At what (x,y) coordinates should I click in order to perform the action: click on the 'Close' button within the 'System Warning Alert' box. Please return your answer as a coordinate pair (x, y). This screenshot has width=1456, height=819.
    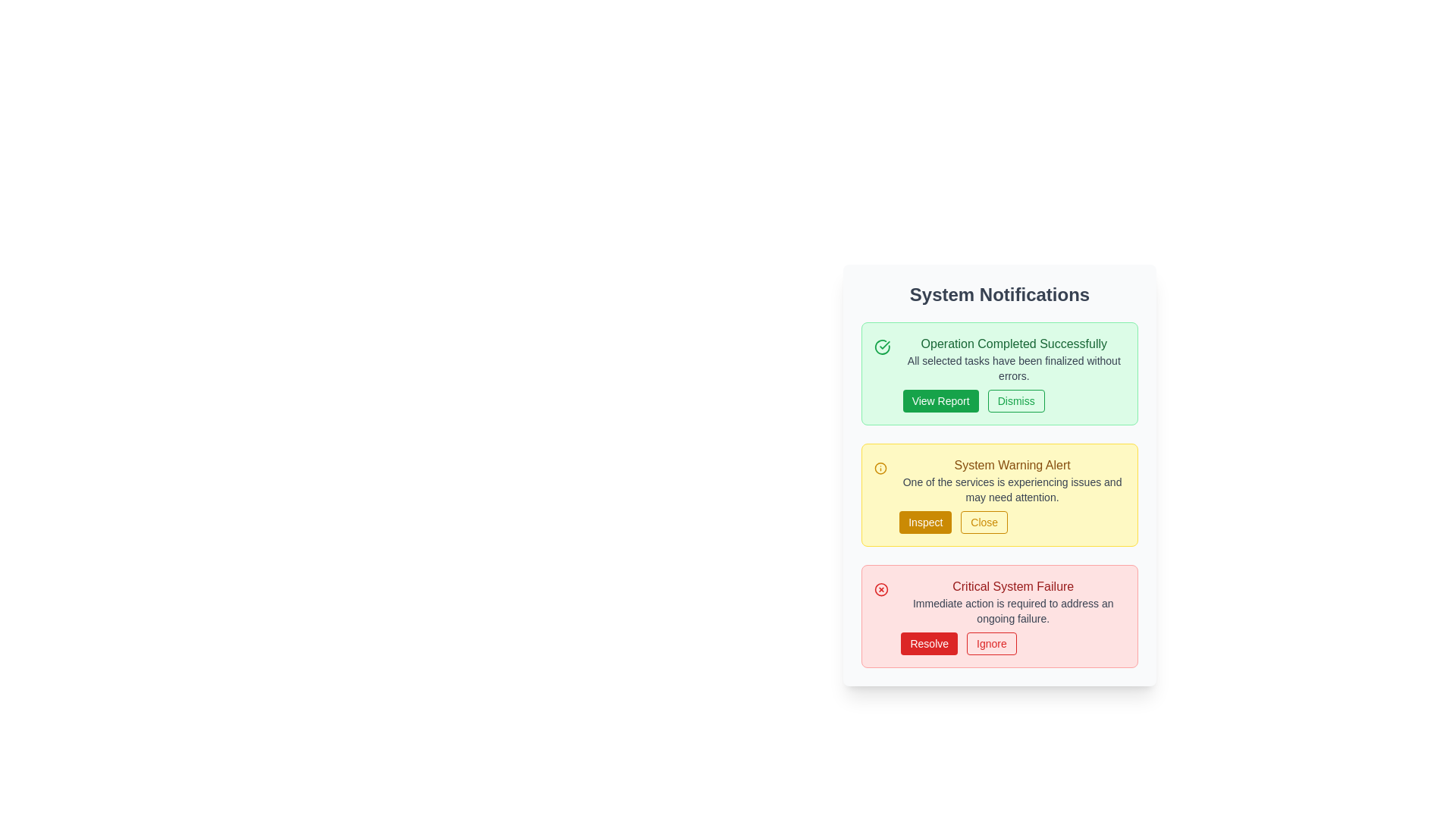
    Looking at the image, I should click on (1012, 522).